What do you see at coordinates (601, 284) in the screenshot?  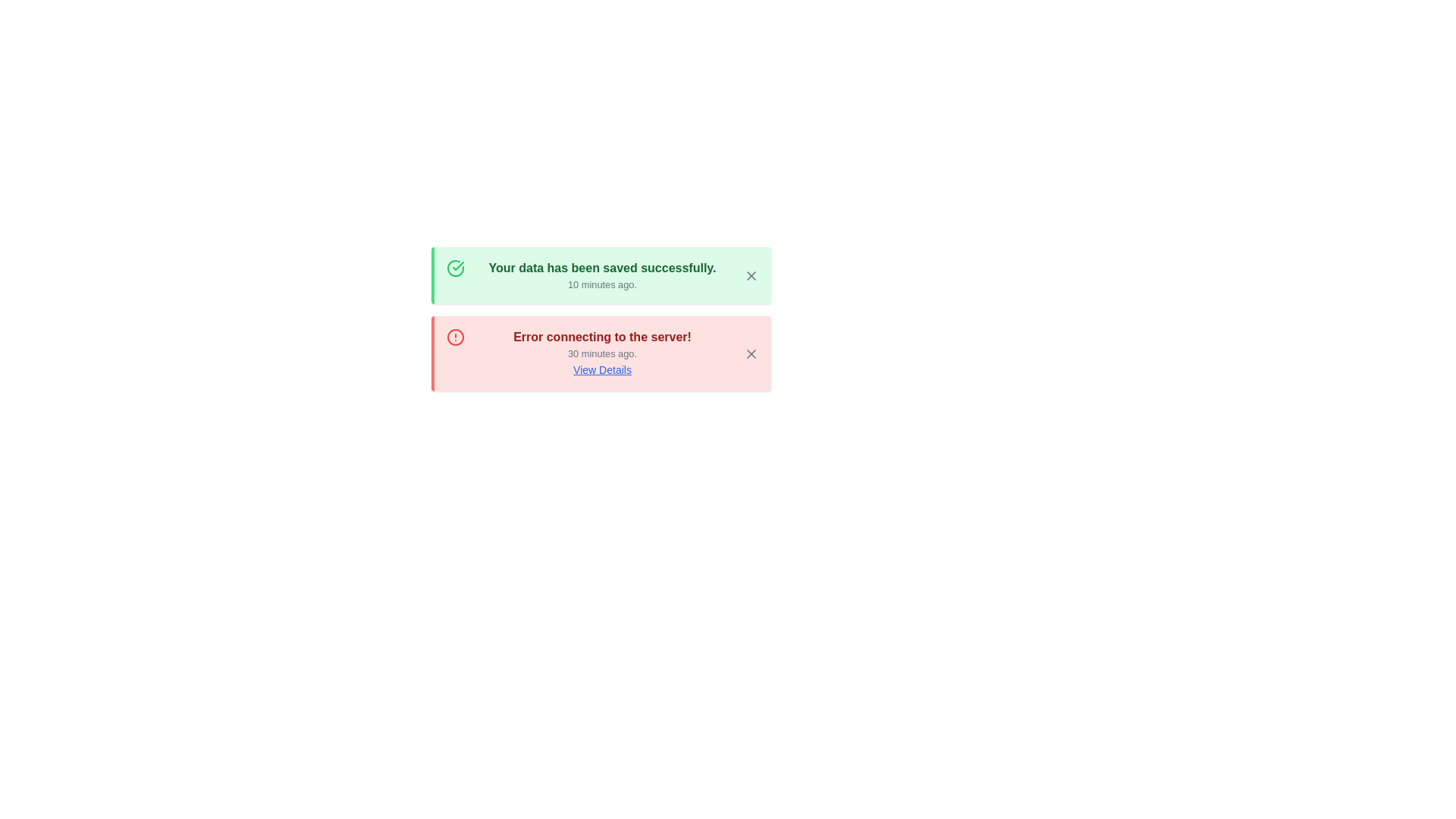 I see `the second line of text within the green notification card that indicates the time elapsed since the action, positioned directly below 'Your data has been saved successfully.'` at bounding box center [601, 284].